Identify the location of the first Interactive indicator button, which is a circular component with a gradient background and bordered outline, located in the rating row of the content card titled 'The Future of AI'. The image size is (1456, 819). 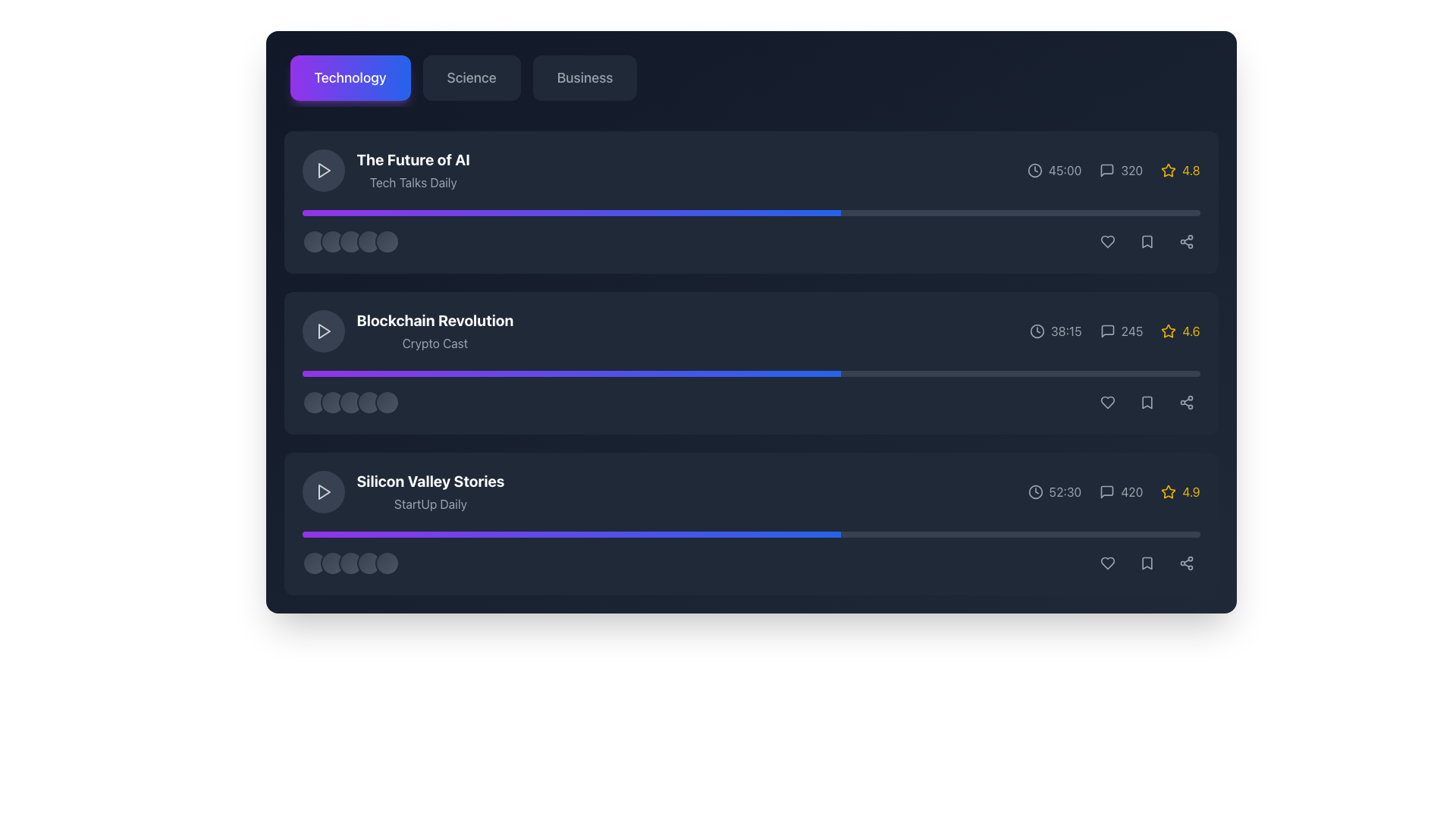
(313, 241).